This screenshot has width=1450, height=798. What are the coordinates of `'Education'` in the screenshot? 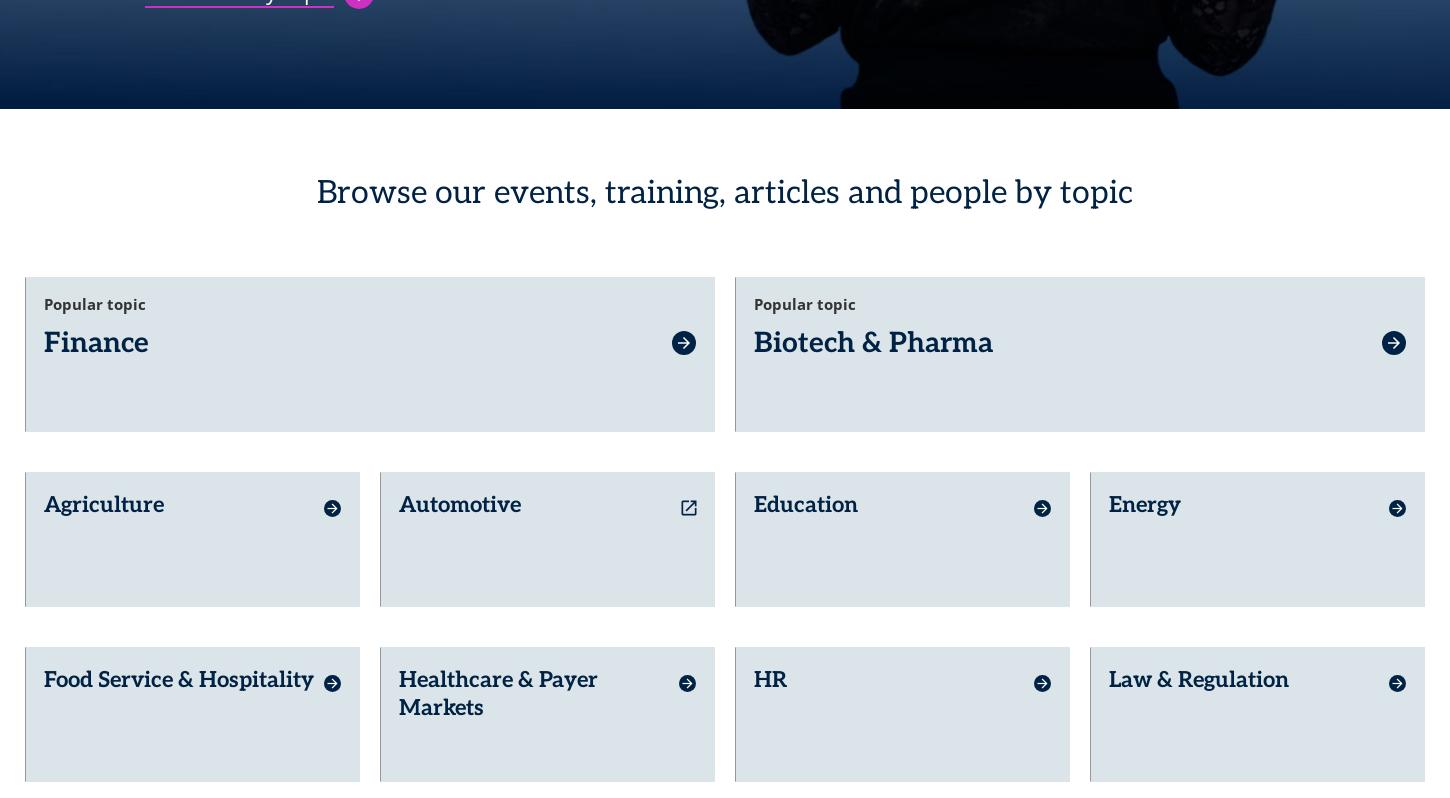 It's located at (806, 496).